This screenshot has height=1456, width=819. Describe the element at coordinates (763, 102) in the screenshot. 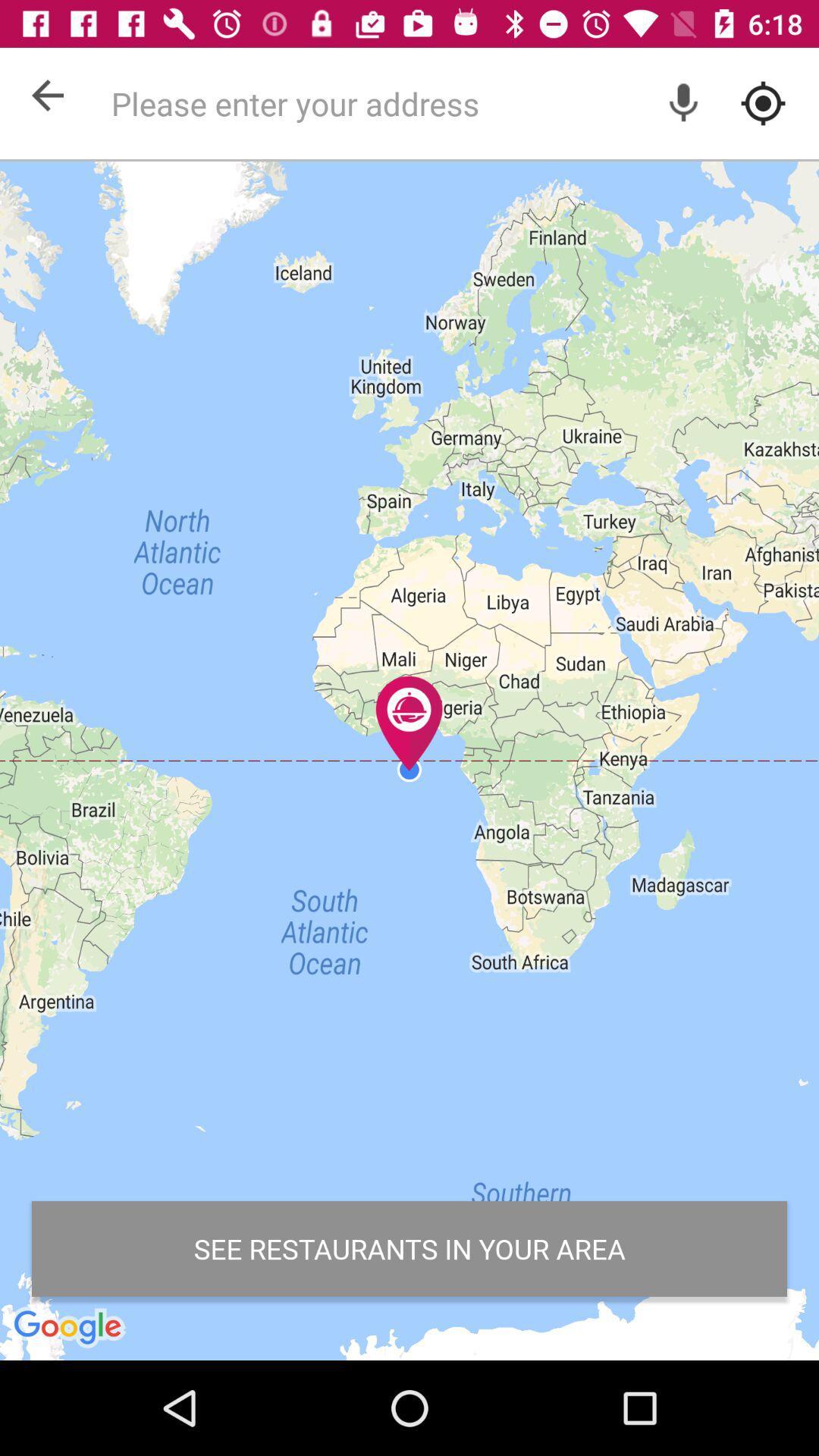

I see `the location_crosshair icon` at that location.